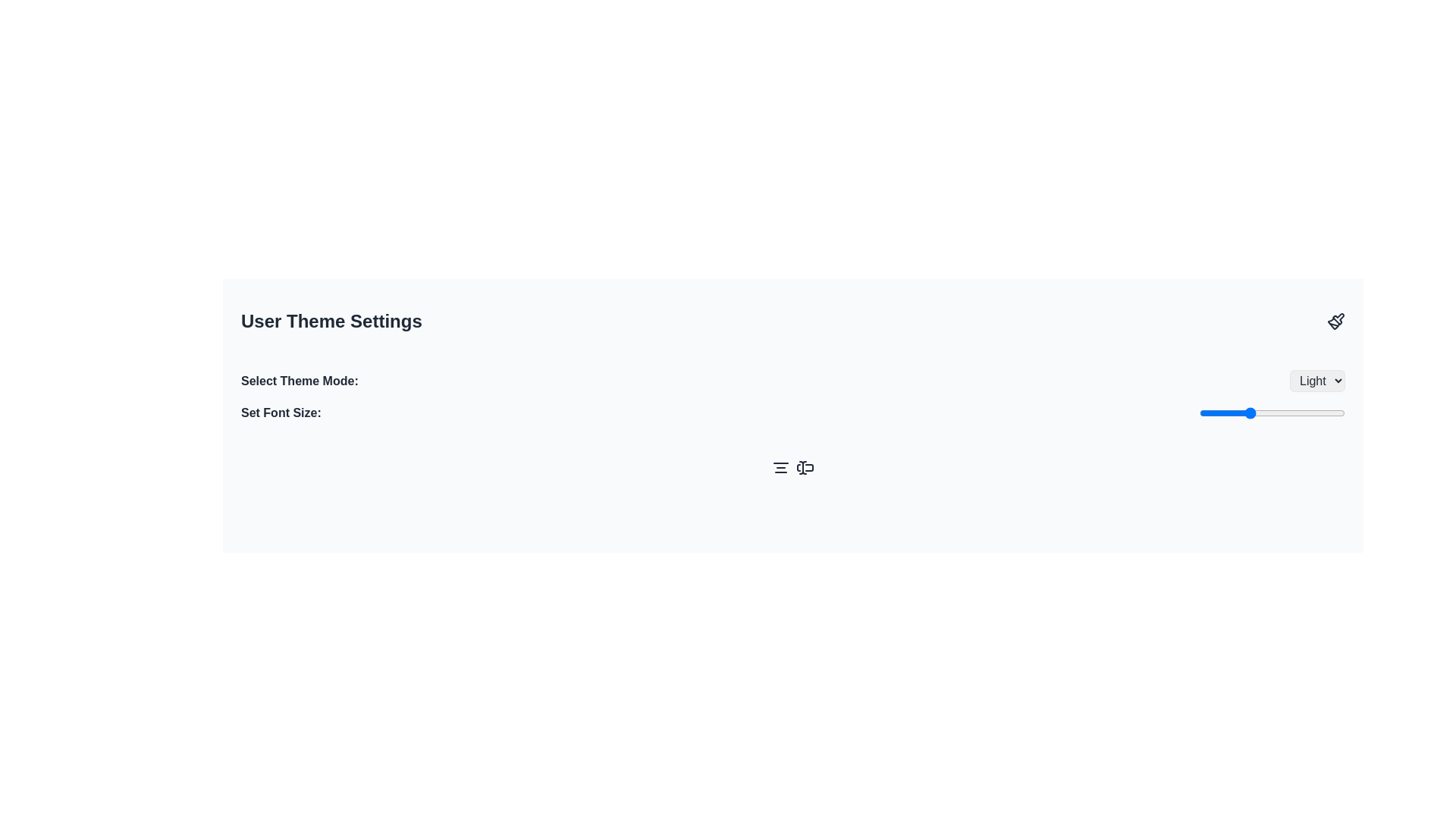 The image size is (1456, 819). What do you see at coordinates (1335, 321) in the screenshot?
I see `the icon located at the top-right corner of the 'User Theme Settings' section for further interaction` at bounding box center [1335, 321].